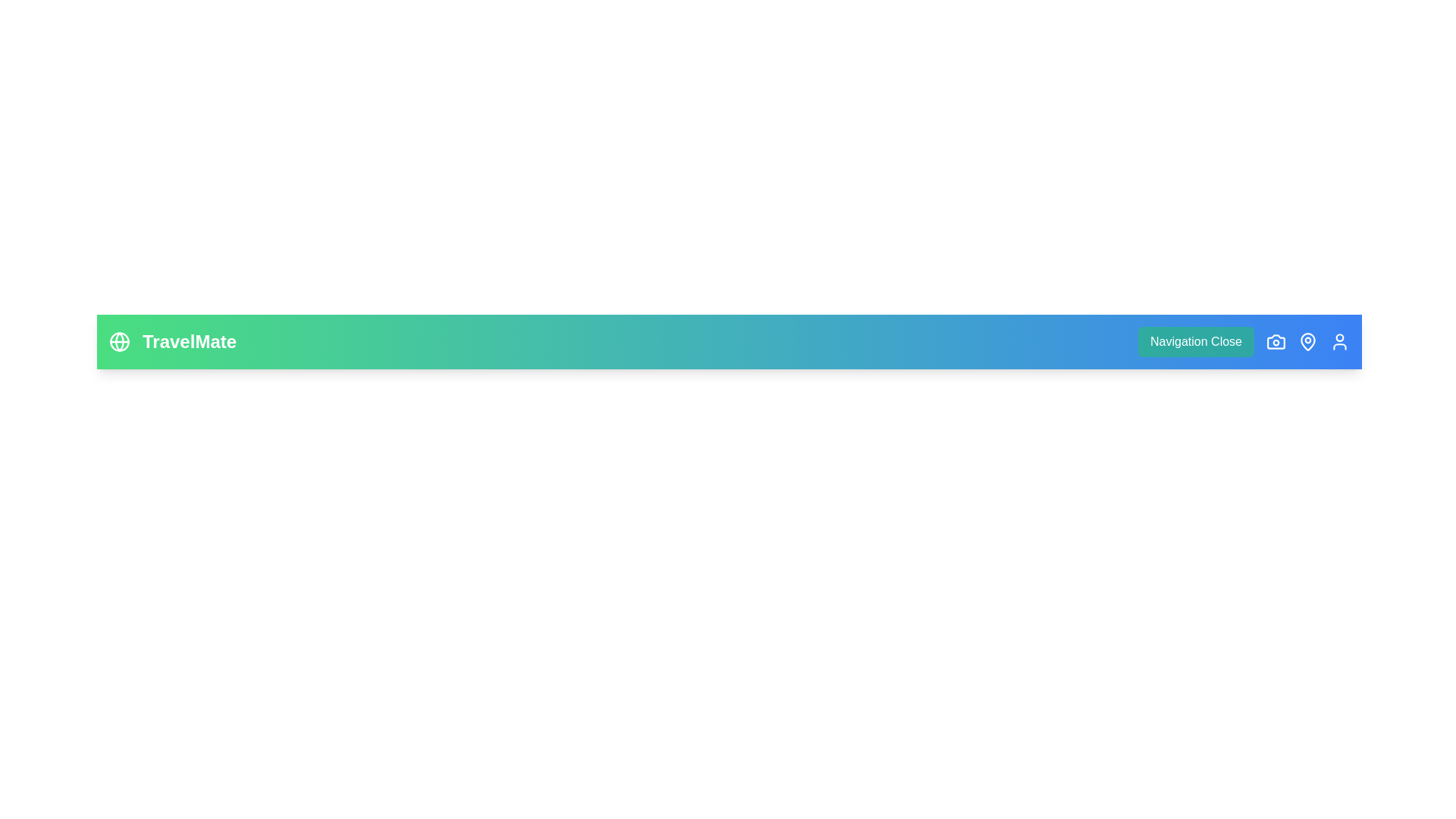 This screenshot has width=1456, height=819. What do you see at coordinates (1307, 342) in the screenshot?
I see `the map pin icon to activate location-related functionality` at bounding box center [1307, 342].